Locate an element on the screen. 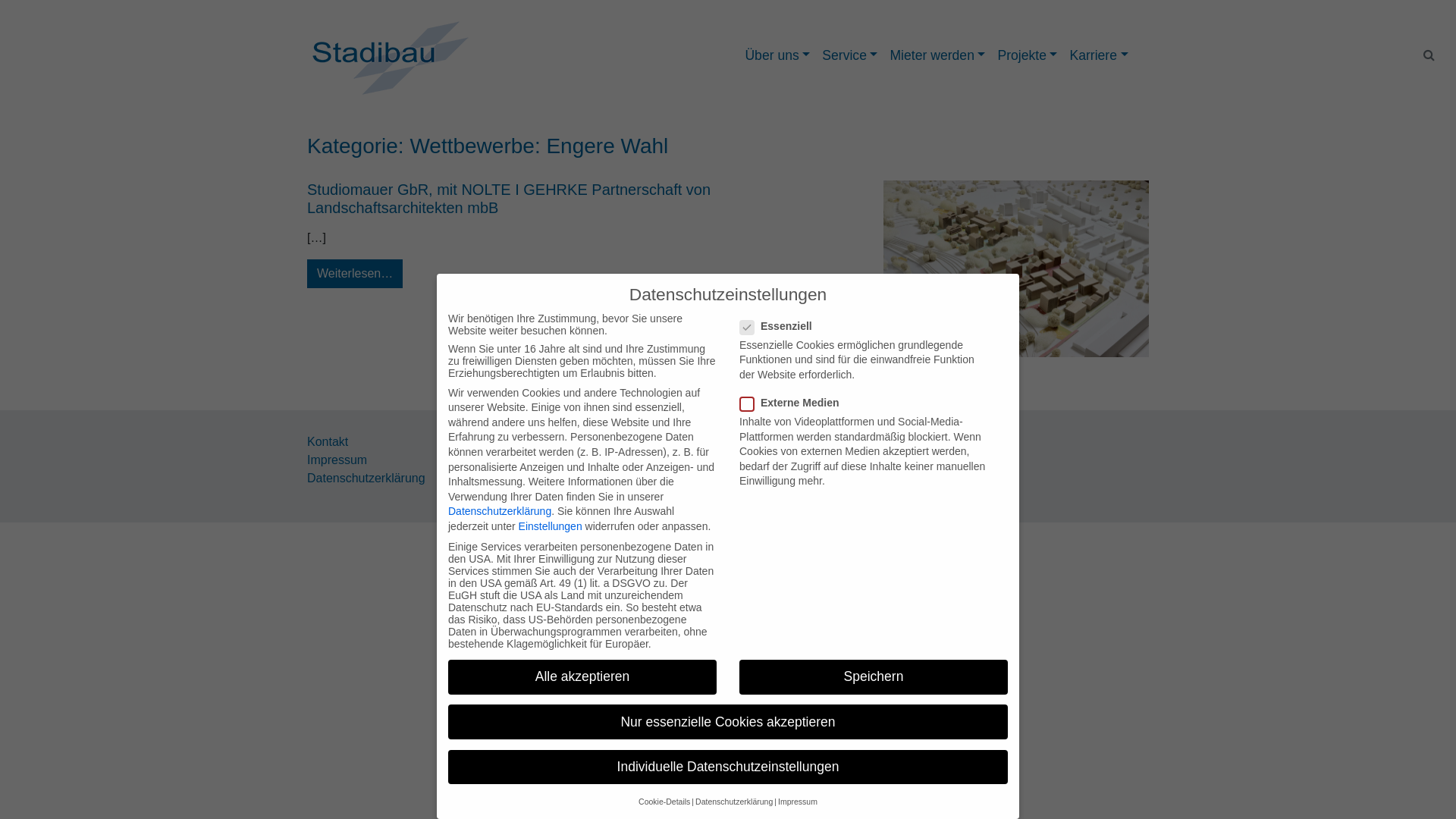 The height and width of the screenshot is (819, 1456). 'Cookie-Details' is located at coordinates (664, 800).